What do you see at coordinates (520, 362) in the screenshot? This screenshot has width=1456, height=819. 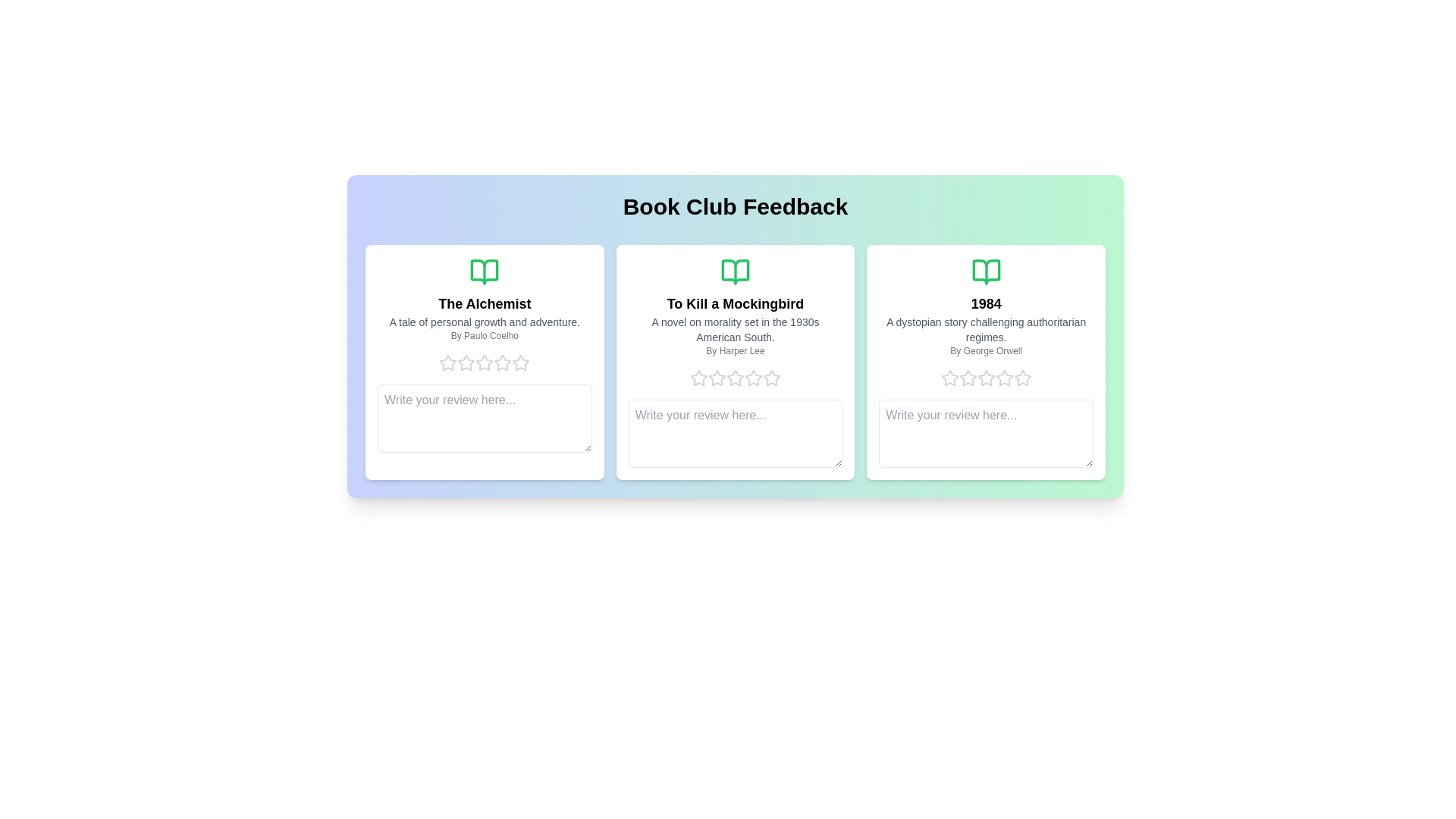 I see `the fifth star icon in the rating system for the book 'The Alchemist' to set a five-star rating` at bounding box center [520, 362].